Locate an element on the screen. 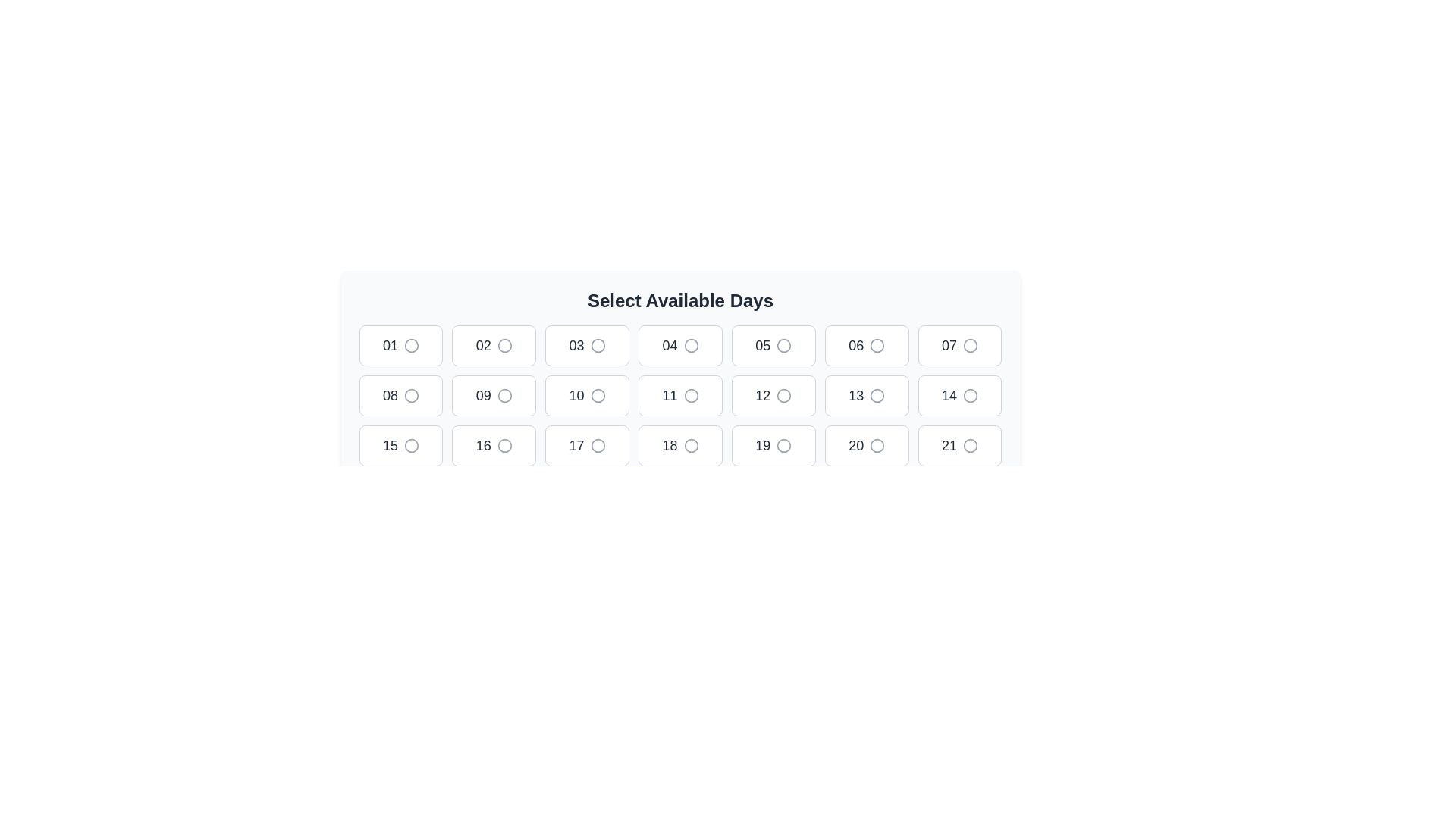 The width and height of the screenshot is (1456, 819). the circular icon with a gray outline located to the right of the text '01' inside its button is located at coordinates (411, 345).